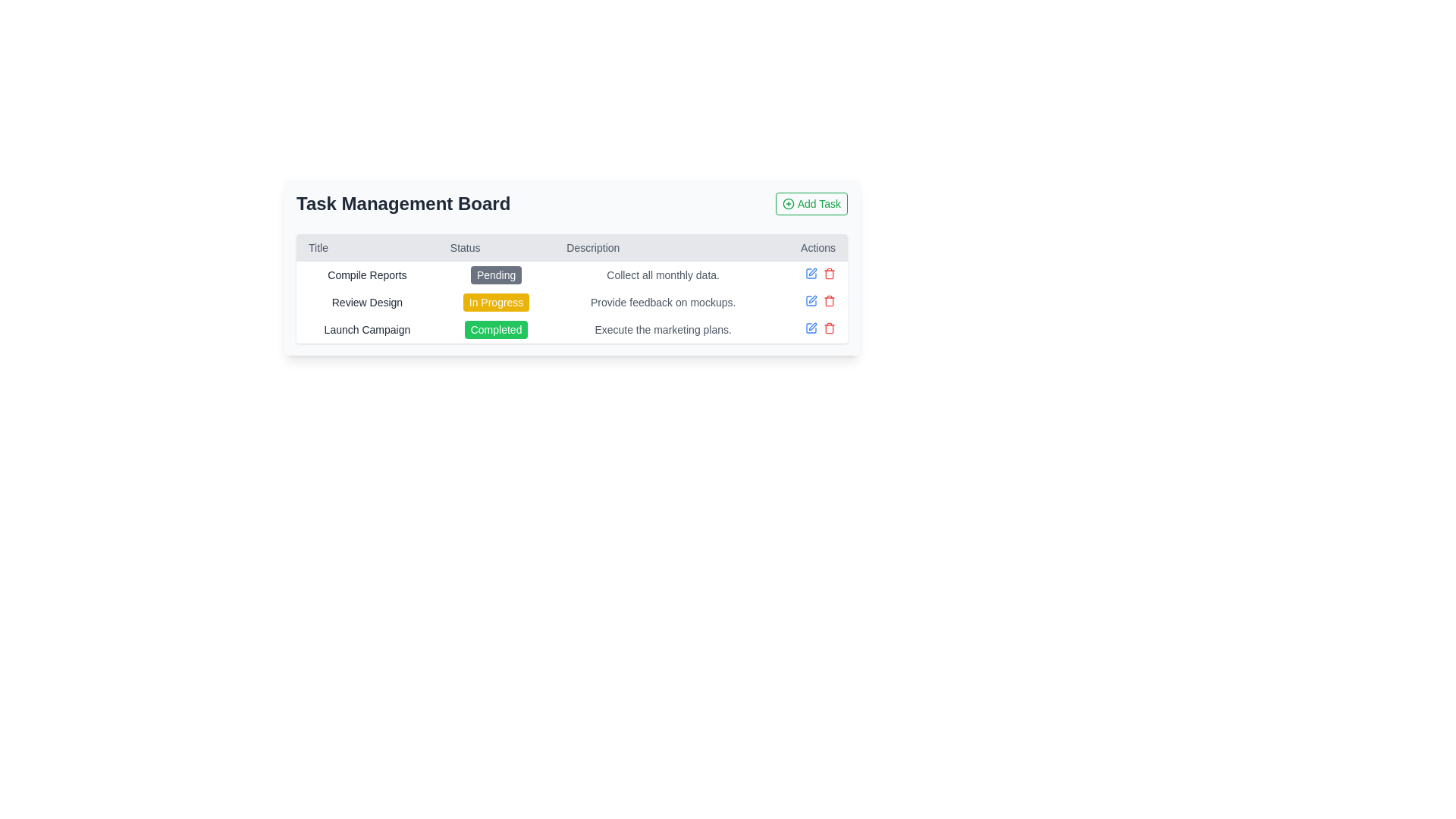 Image resolution: width=1456 pixels, height=819 pixels. What do you see at coordinates (367, 302) in the screenshot?
I see `the 'Review Design' text label, which serves as a descriptive title for the related row in the table` at bounding box center [367, 302].